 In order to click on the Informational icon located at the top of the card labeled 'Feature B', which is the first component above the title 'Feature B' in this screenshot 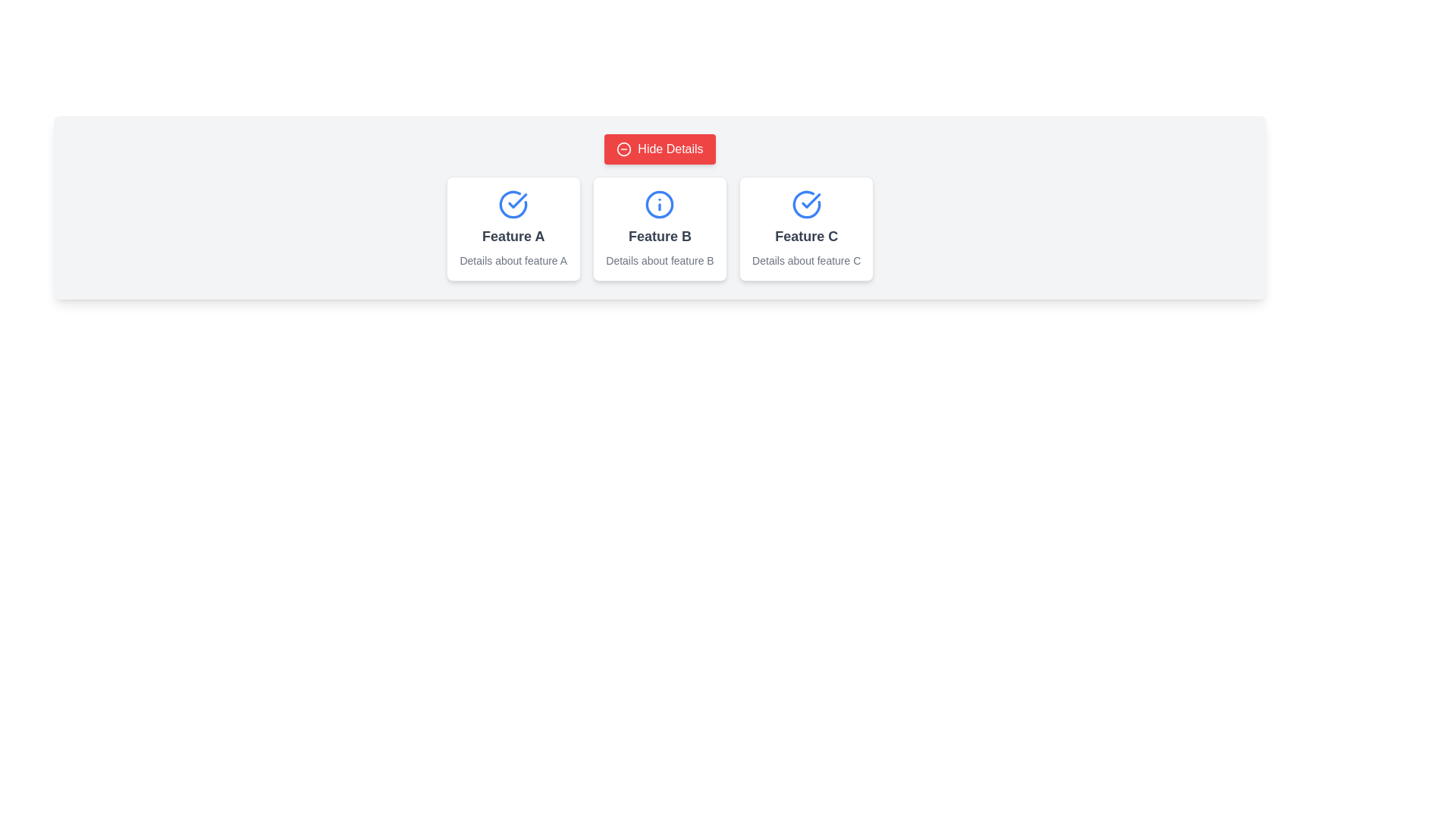, I will do `click(660, 205)`.